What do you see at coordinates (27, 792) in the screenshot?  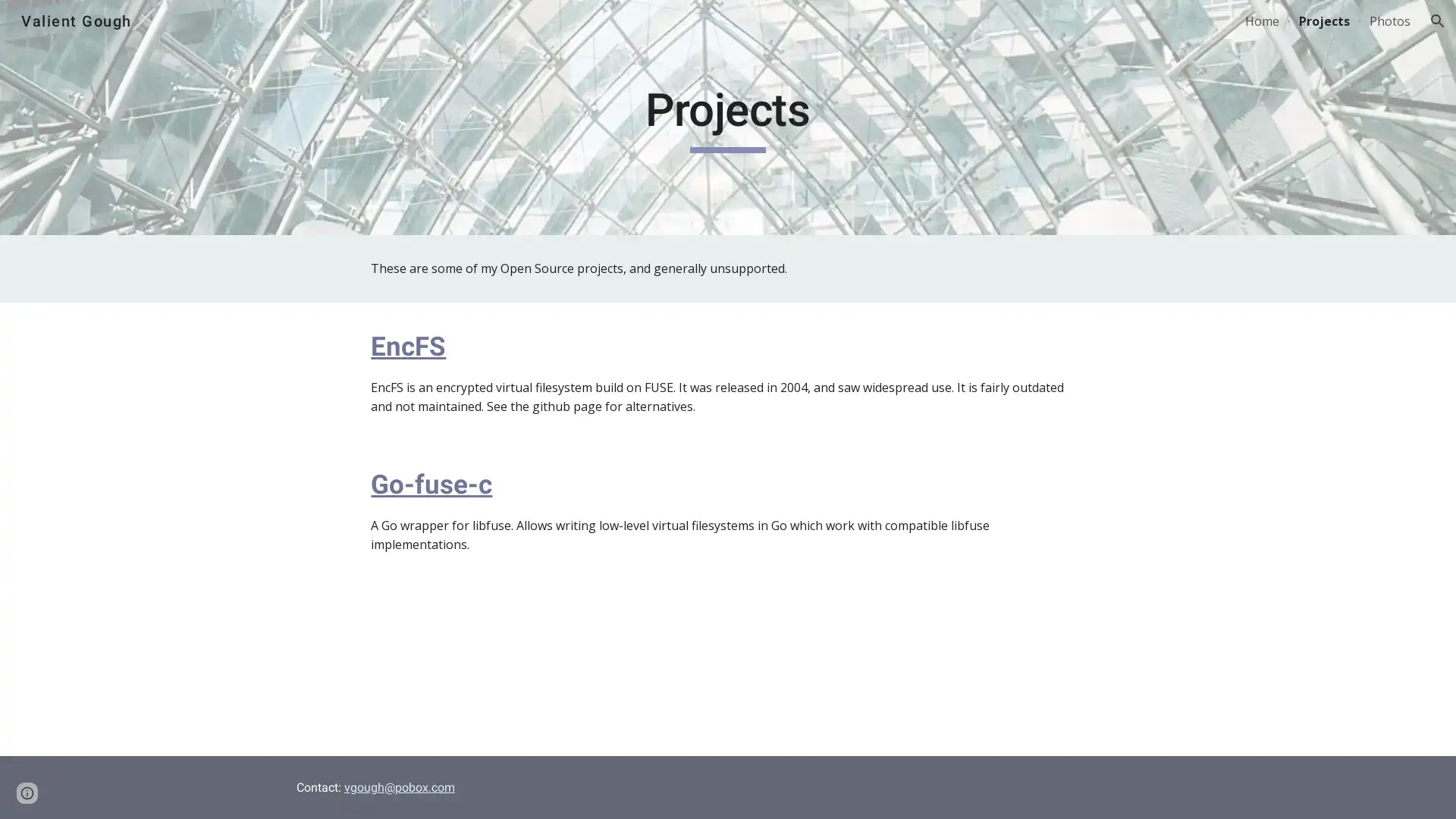 I see `Site actions` at bounding box center [27, 792].